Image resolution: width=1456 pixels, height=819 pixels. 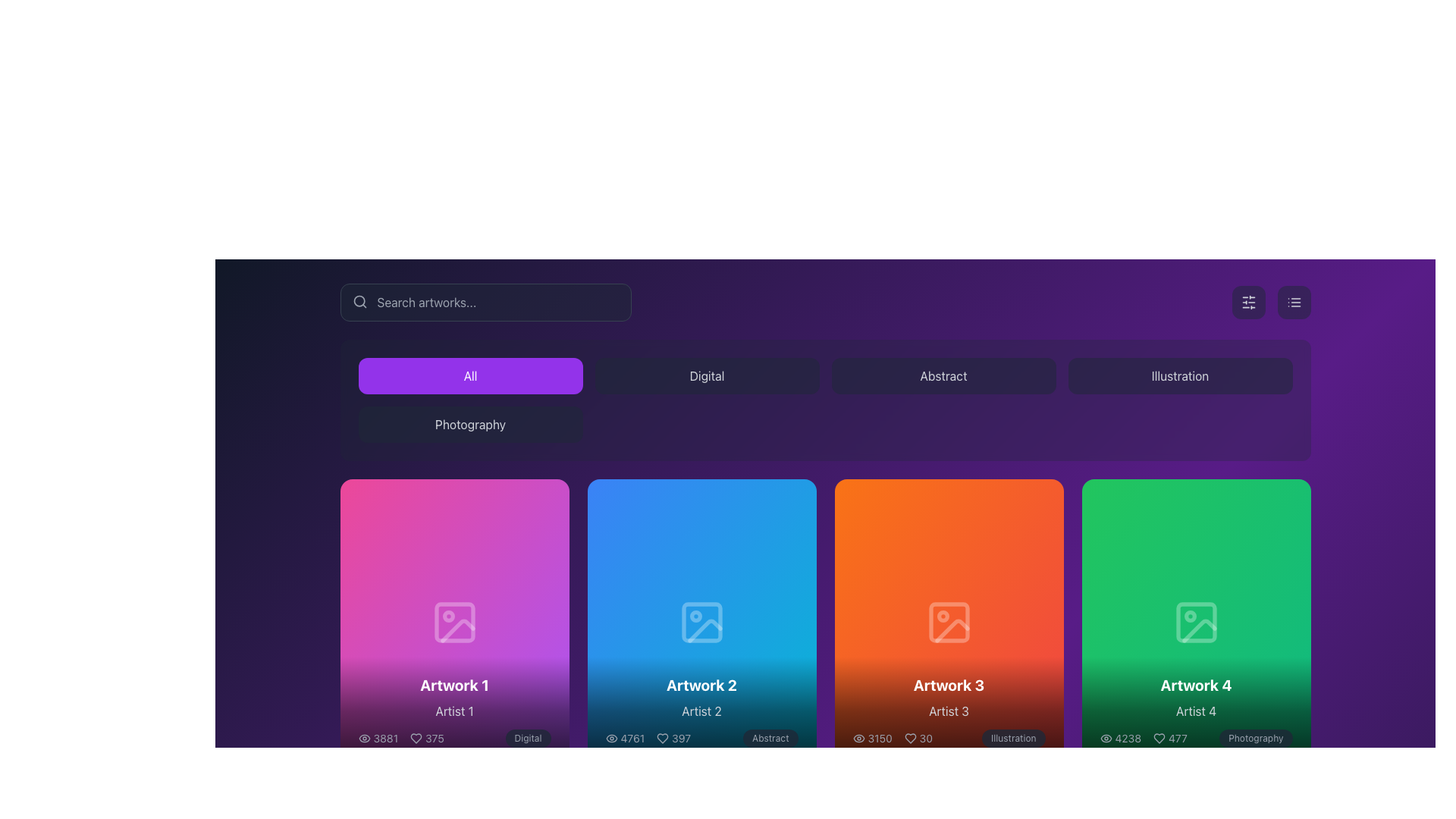 What do you see at coordinates (426, 737) in the screenshot?
I see `numeric label displaying '375' which indicates the like or favorite count, located to the right of a heart-shaped icon in the bottom section of the 'Artwork 1' card` at bounding box center [426, 737].